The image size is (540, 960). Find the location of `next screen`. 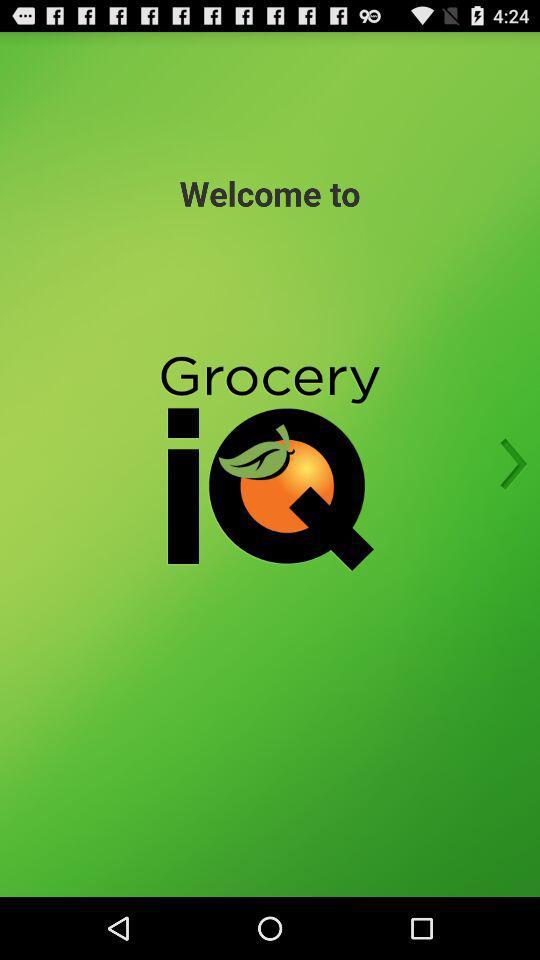

next screen is located at coordinates (507, 464).